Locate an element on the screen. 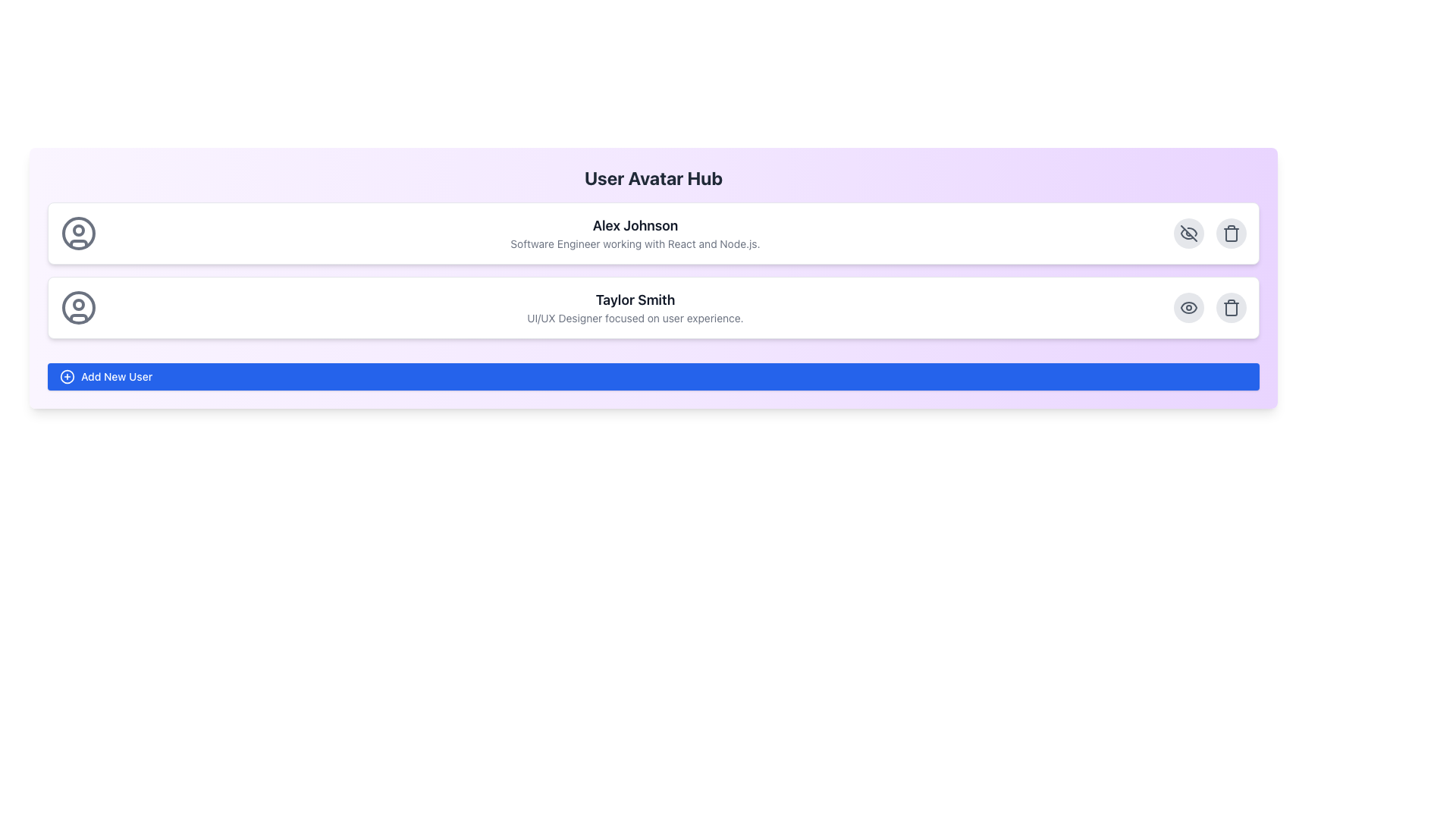 This screenshot has width=1456, height=819. the visibility toggle button located on the far-right of the user panel displaying Alex Johnson's name and title 'Software Engineer working with React and Node.js.' is located at coordinates (1188, 234).